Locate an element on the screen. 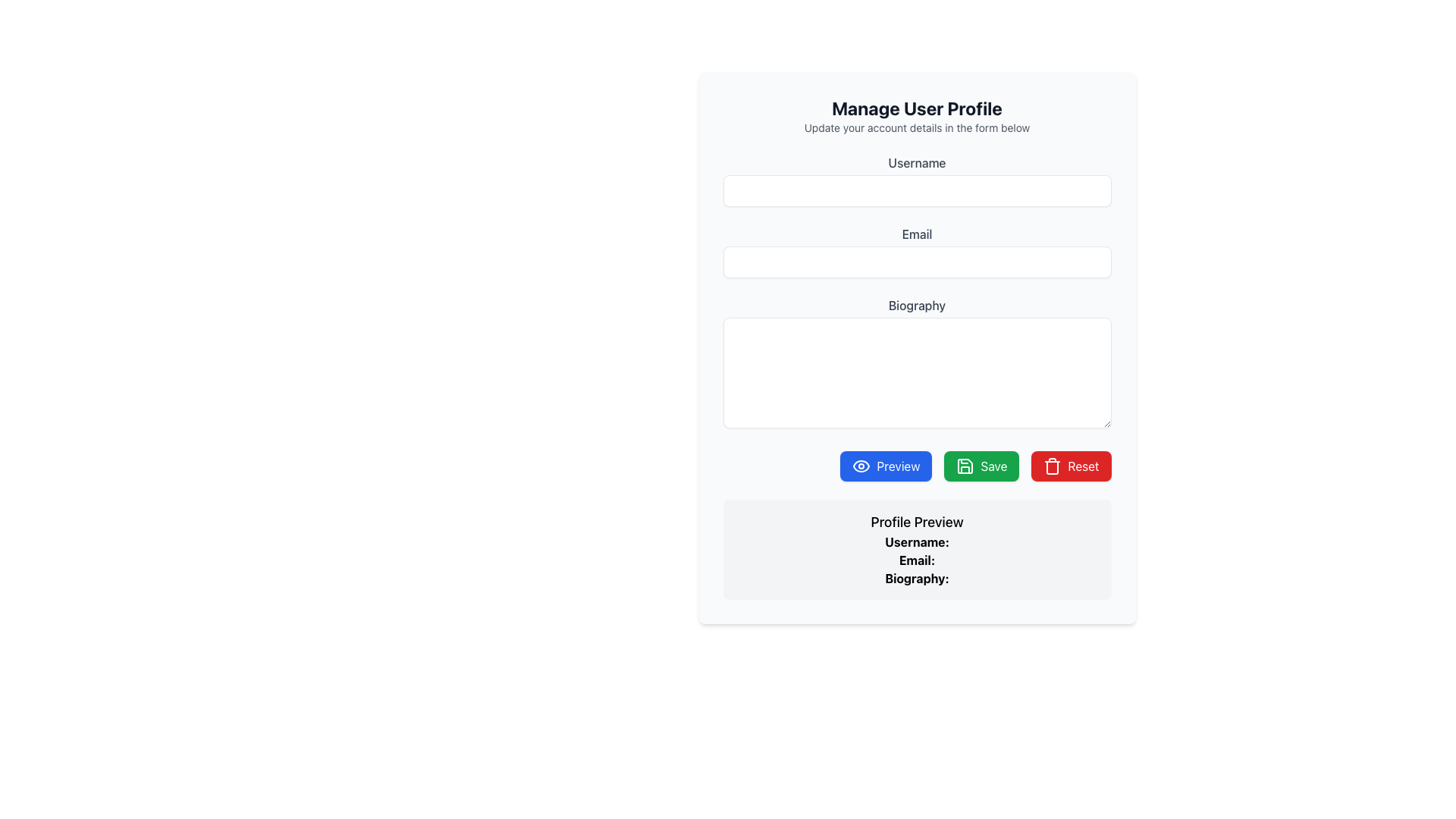  the 'Preview' button which contains an eye symbol, located on the left side of the button group below the input fields in the 'Manage User Profile' form to initiate a preview action is located at coordinates (861, 465).